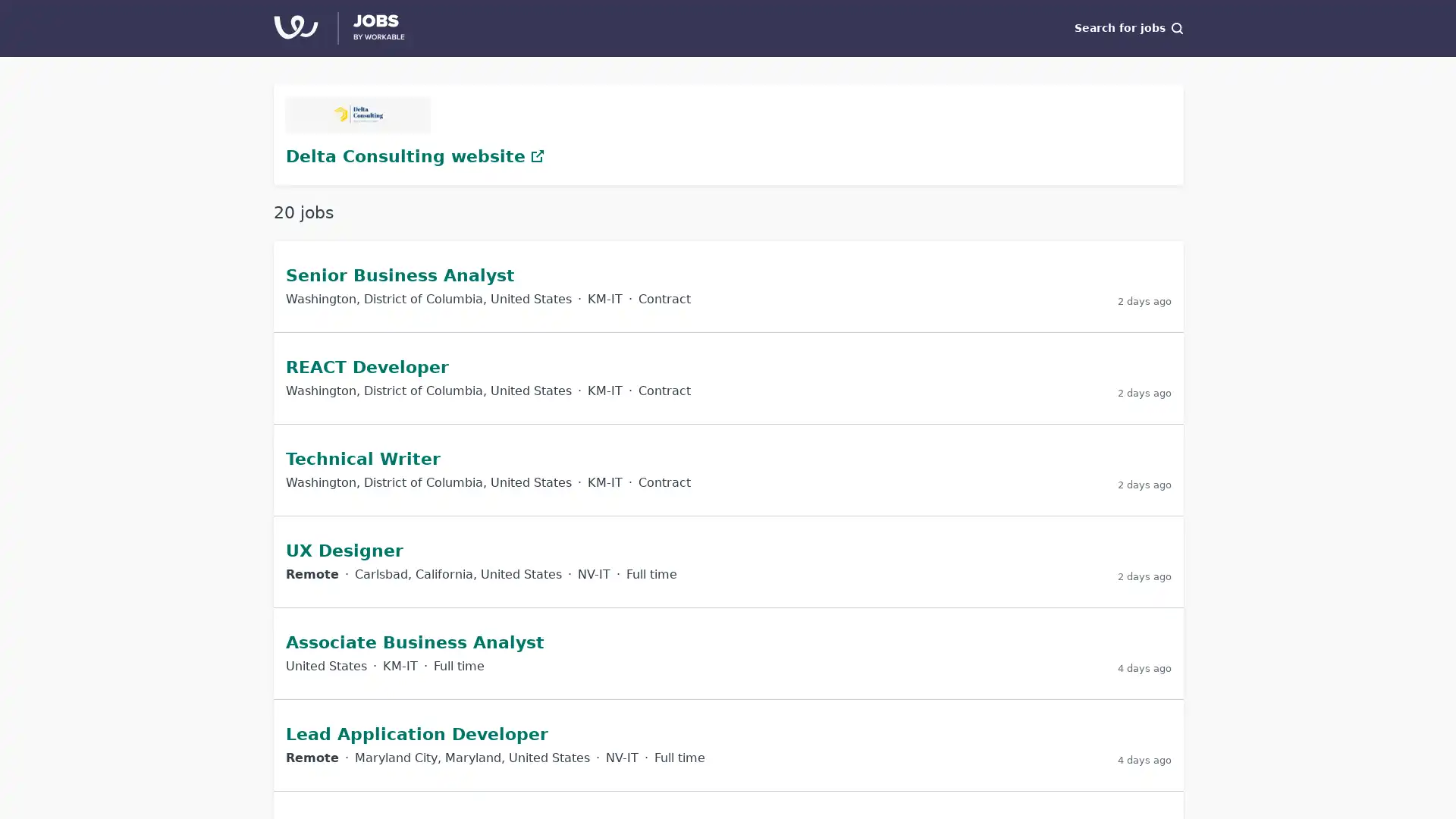 This screenshot has height=819, width=1456. What do you see at coordinates (415, 642) in the screenshot?
I see `Associate Business Analyst` at bounding box center [415, 642].